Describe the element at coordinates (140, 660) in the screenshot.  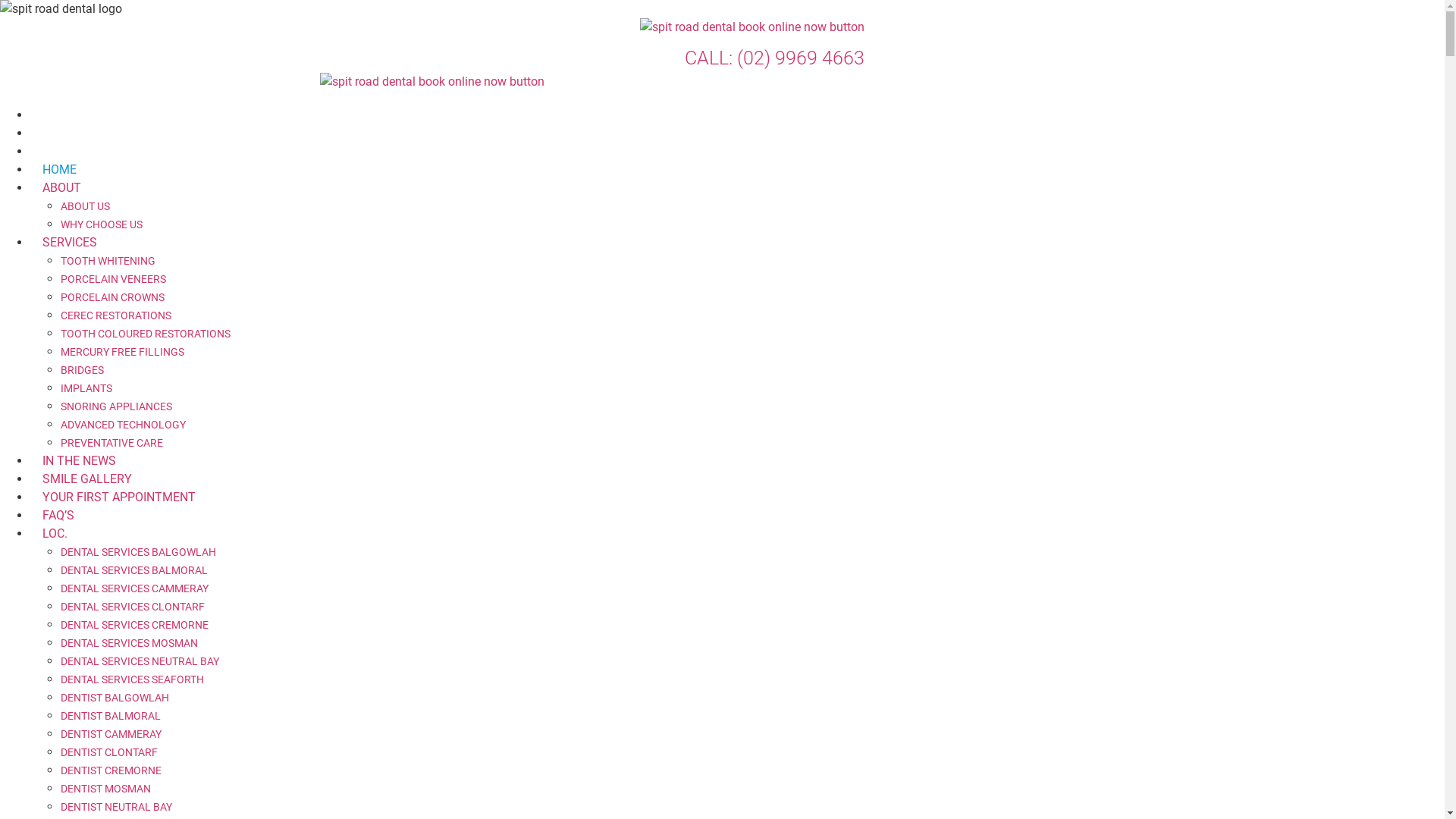
I see `'DENTAL SERVICES NEUTRAL BAY'` at that location.